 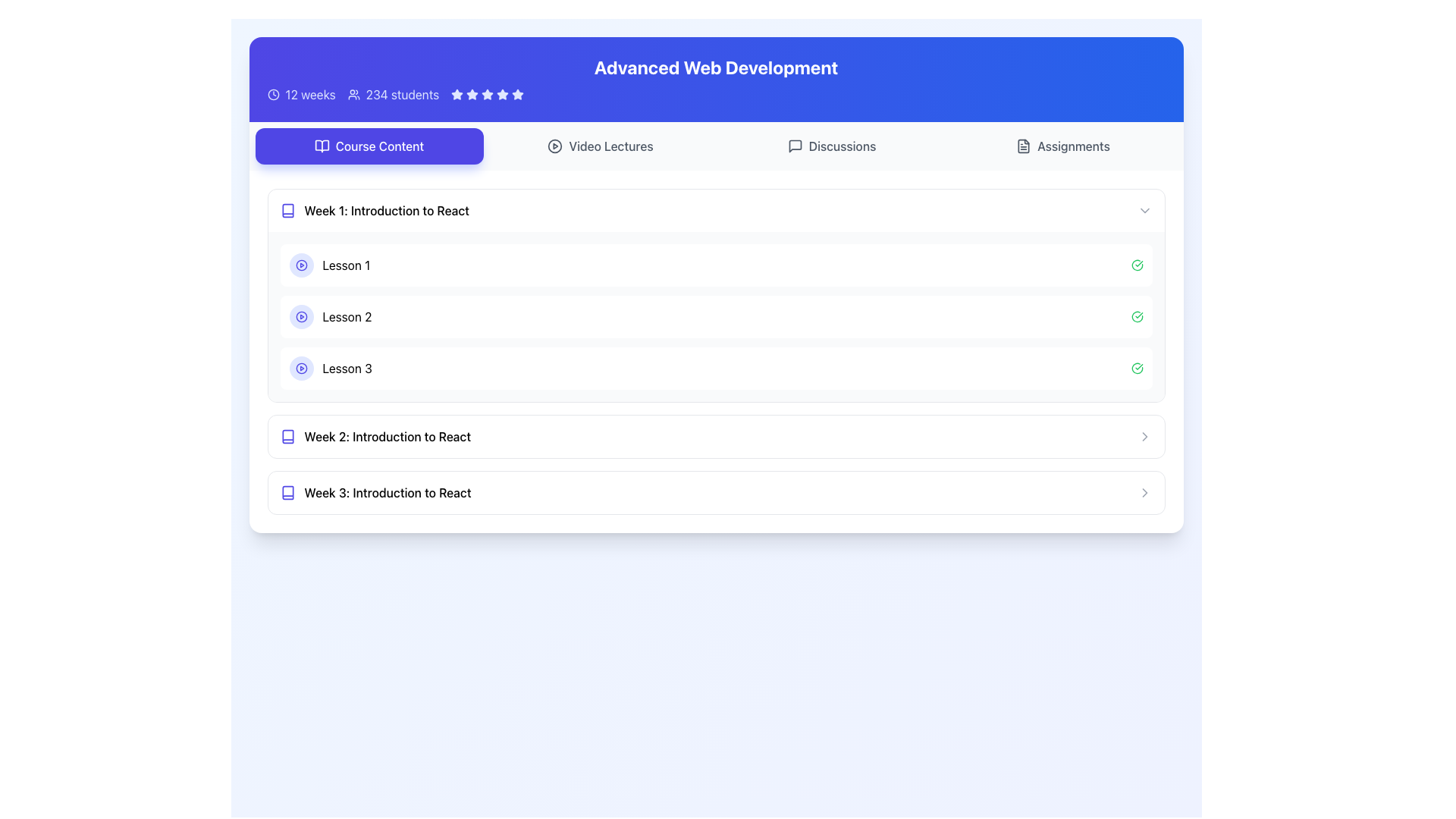 I want to click on the text label that serves as the section title for 'Week 2: Introduction to React', which is positioned below 'Week 1: Introduction to React' and above 'Week 3: Introduction to React', so click(x=388, y=436).